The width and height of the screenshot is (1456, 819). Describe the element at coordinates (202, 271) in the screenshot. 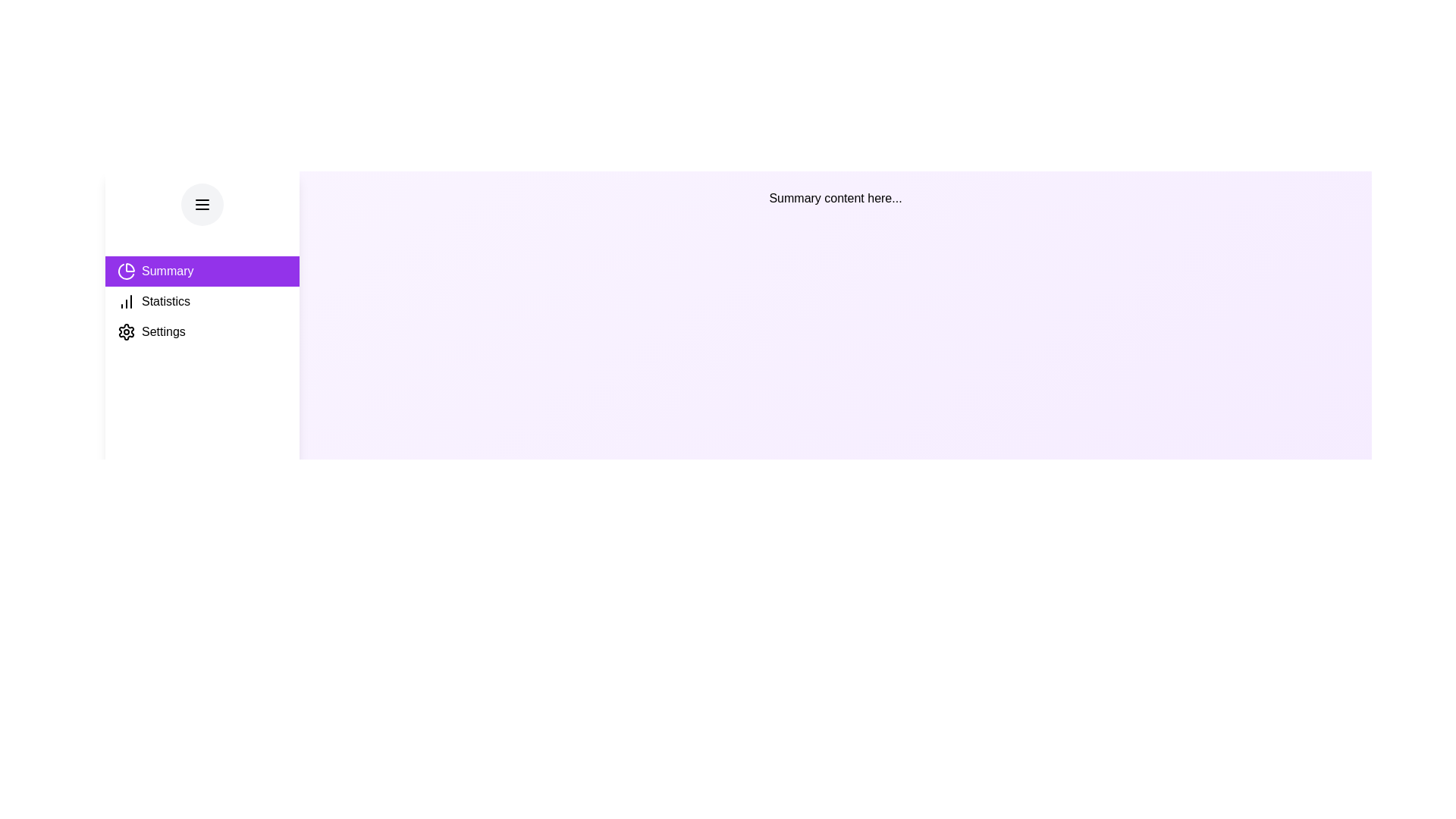

I see `the Summary tab from the sidebar menu` at that location.